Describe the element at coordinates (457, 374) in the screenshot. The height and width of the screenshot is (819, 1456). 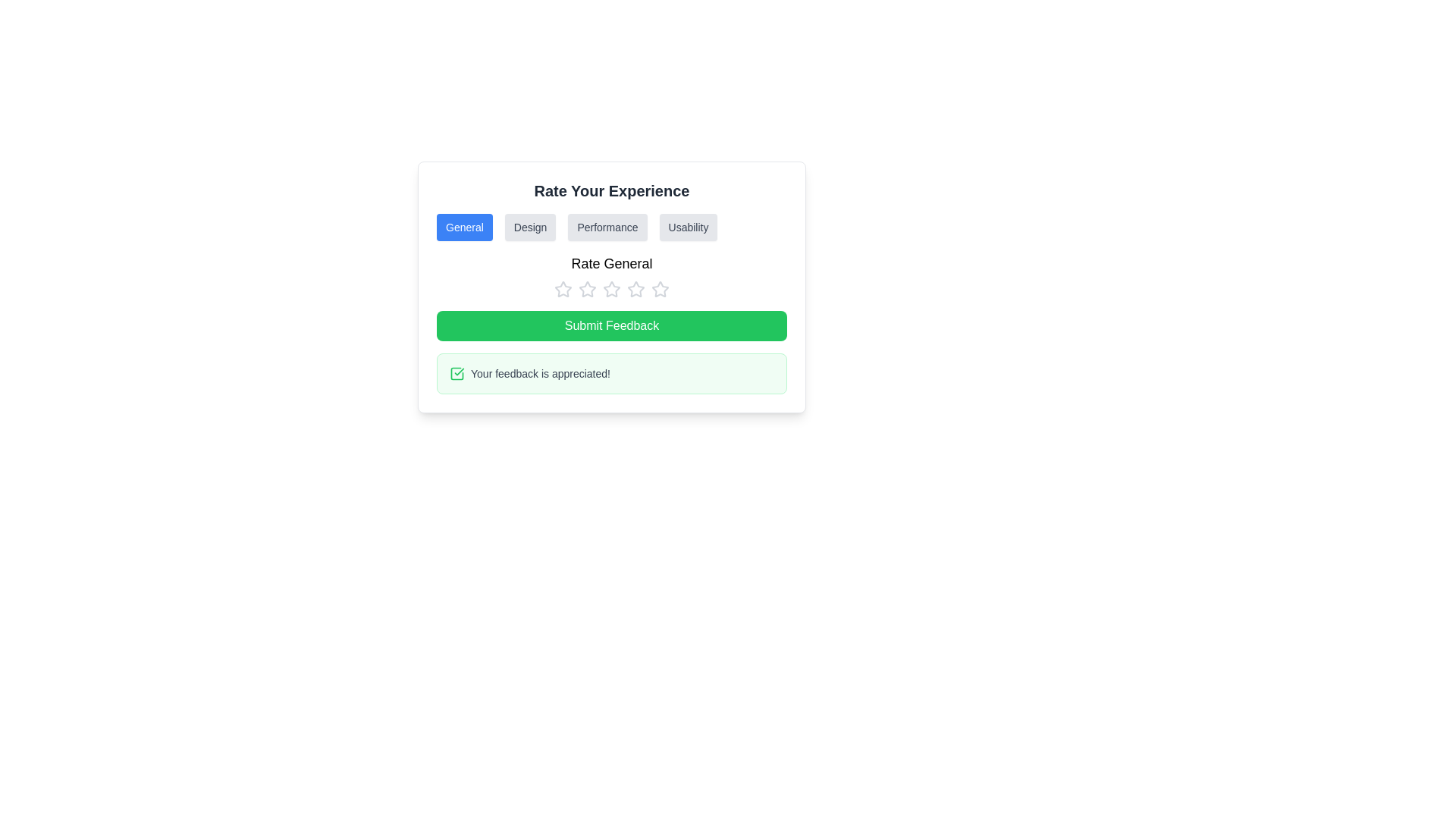
I see `the green-bordered square icon with a checkmark, which is located at the start of the notification box preceding the text 'Your feedback is appreciated!'` at that location.